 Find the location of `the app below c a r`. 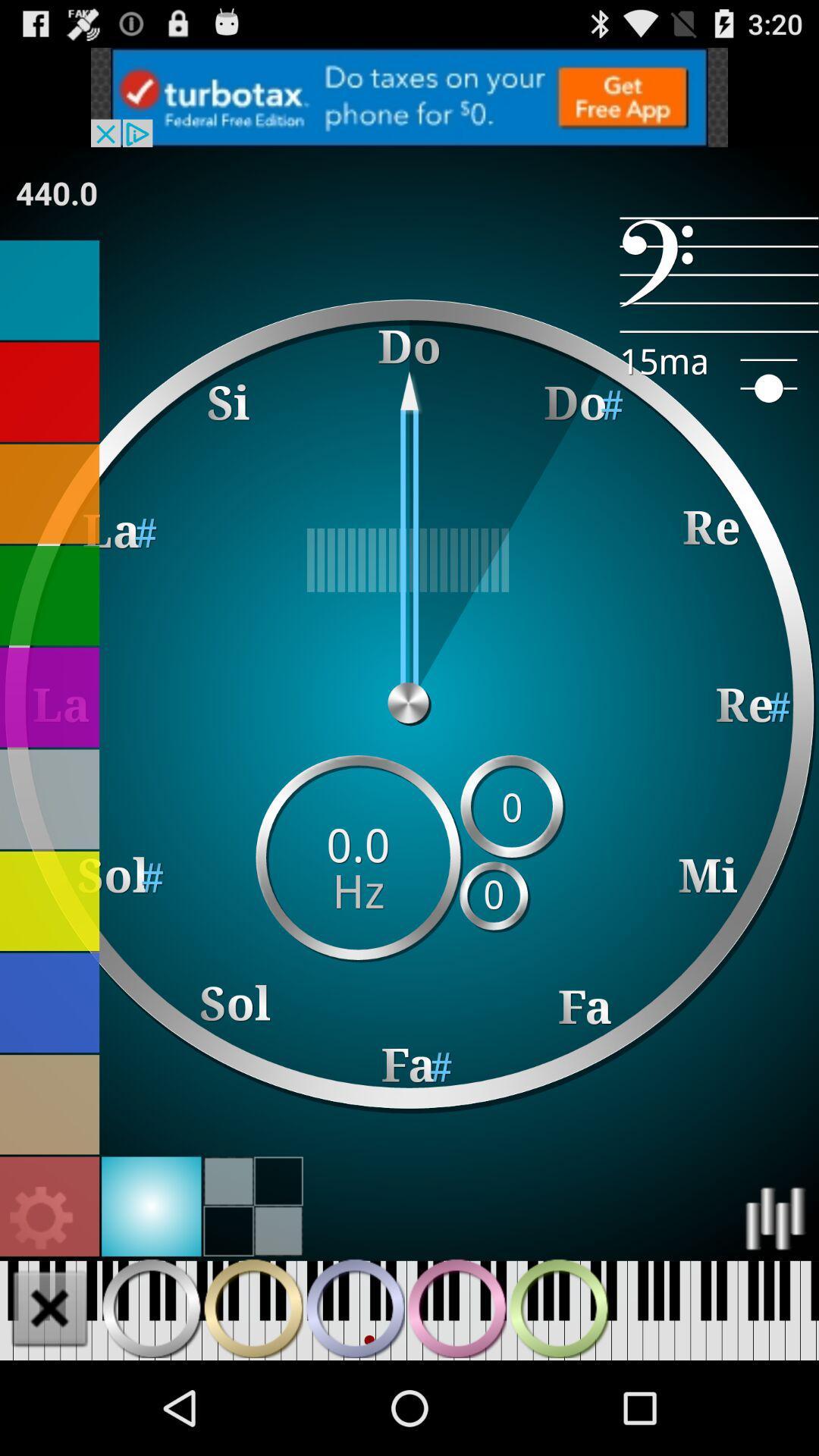

the app below c a r is located at coordinates (55, 192).